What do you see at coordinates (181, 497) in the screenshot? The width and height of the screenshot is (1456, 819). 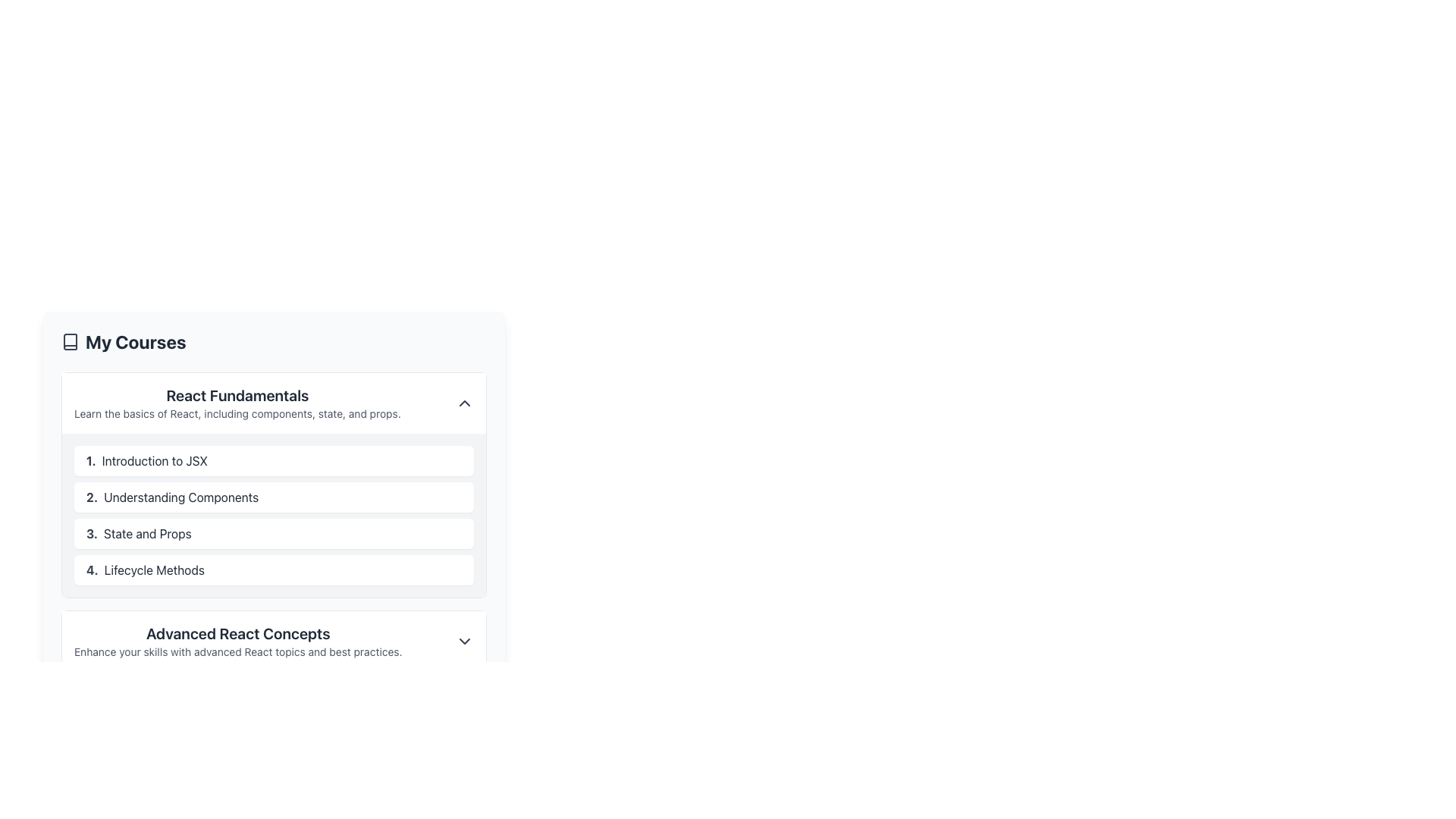 I see `text label that serves as a title for a list entry under the 'React Fundamentals' section, positioned between 'Introduction to JSX' and 'State and Props'` at bounding box center [181, 497].